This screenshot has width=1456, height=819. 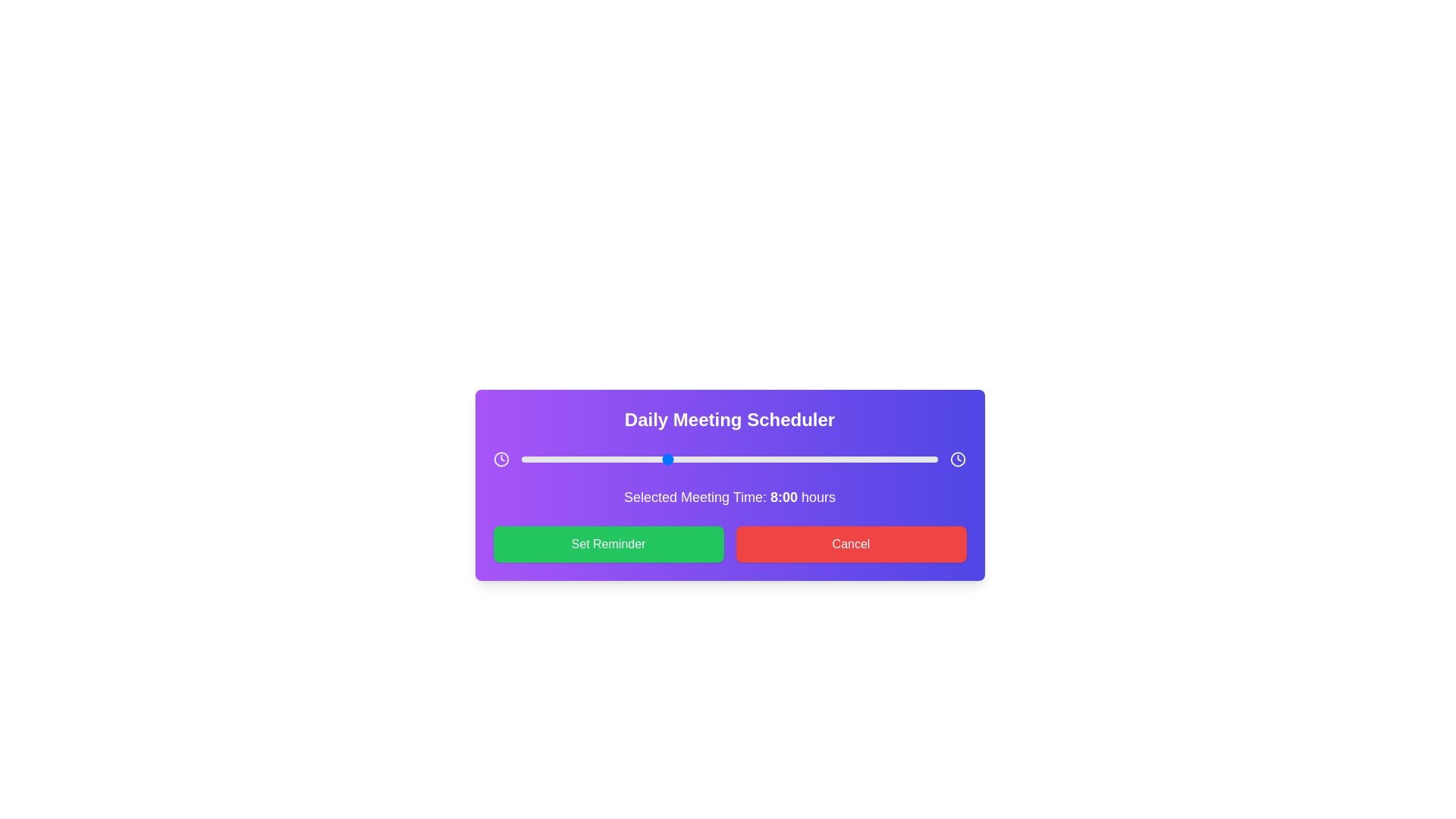 I want to click on the time slider to 22 hours, so click(x=919, y=458).